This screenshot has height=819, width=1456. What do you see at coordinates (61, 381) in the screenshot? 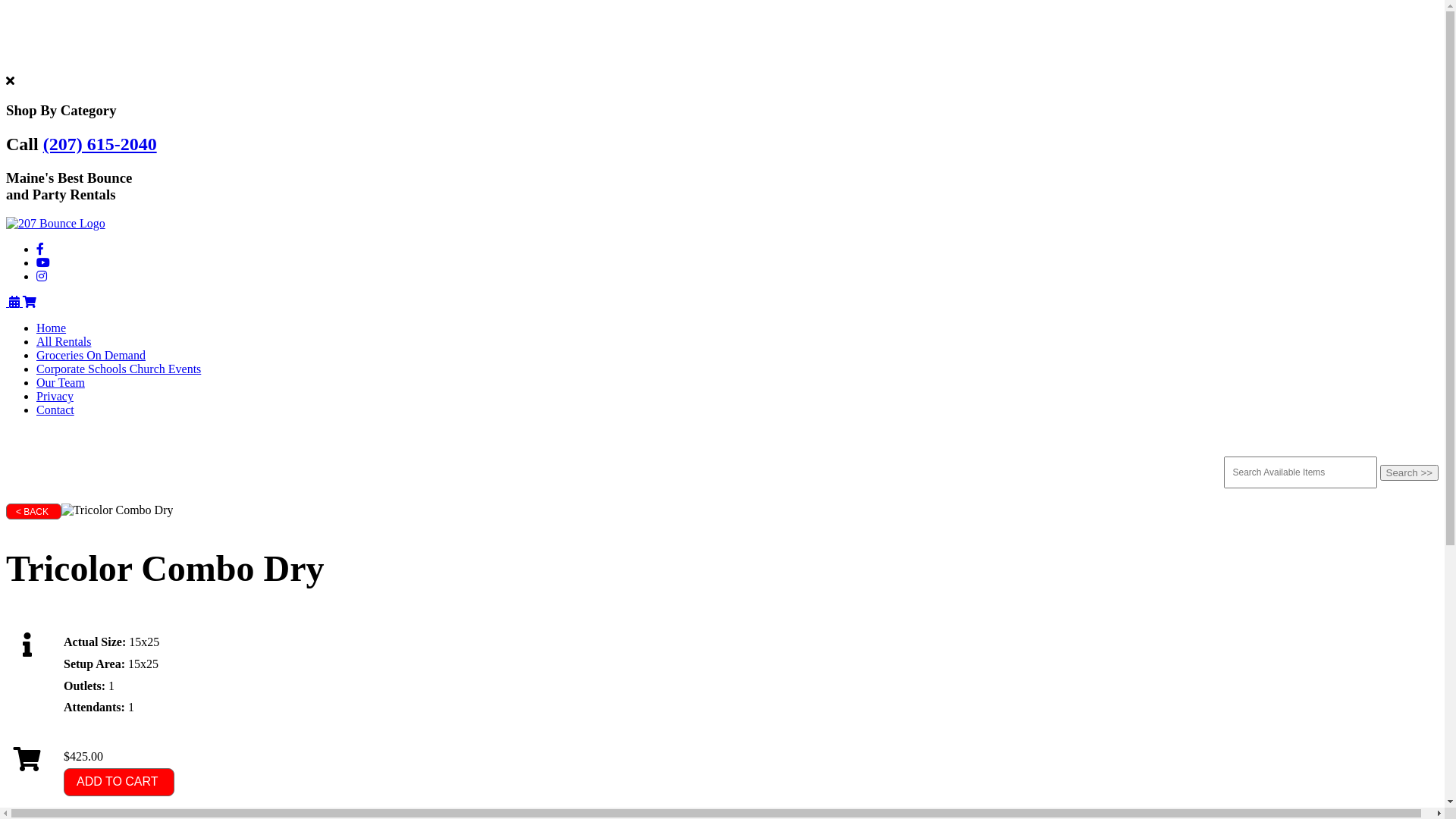
I see `'Our Team'` at bounding box center [61, 381].